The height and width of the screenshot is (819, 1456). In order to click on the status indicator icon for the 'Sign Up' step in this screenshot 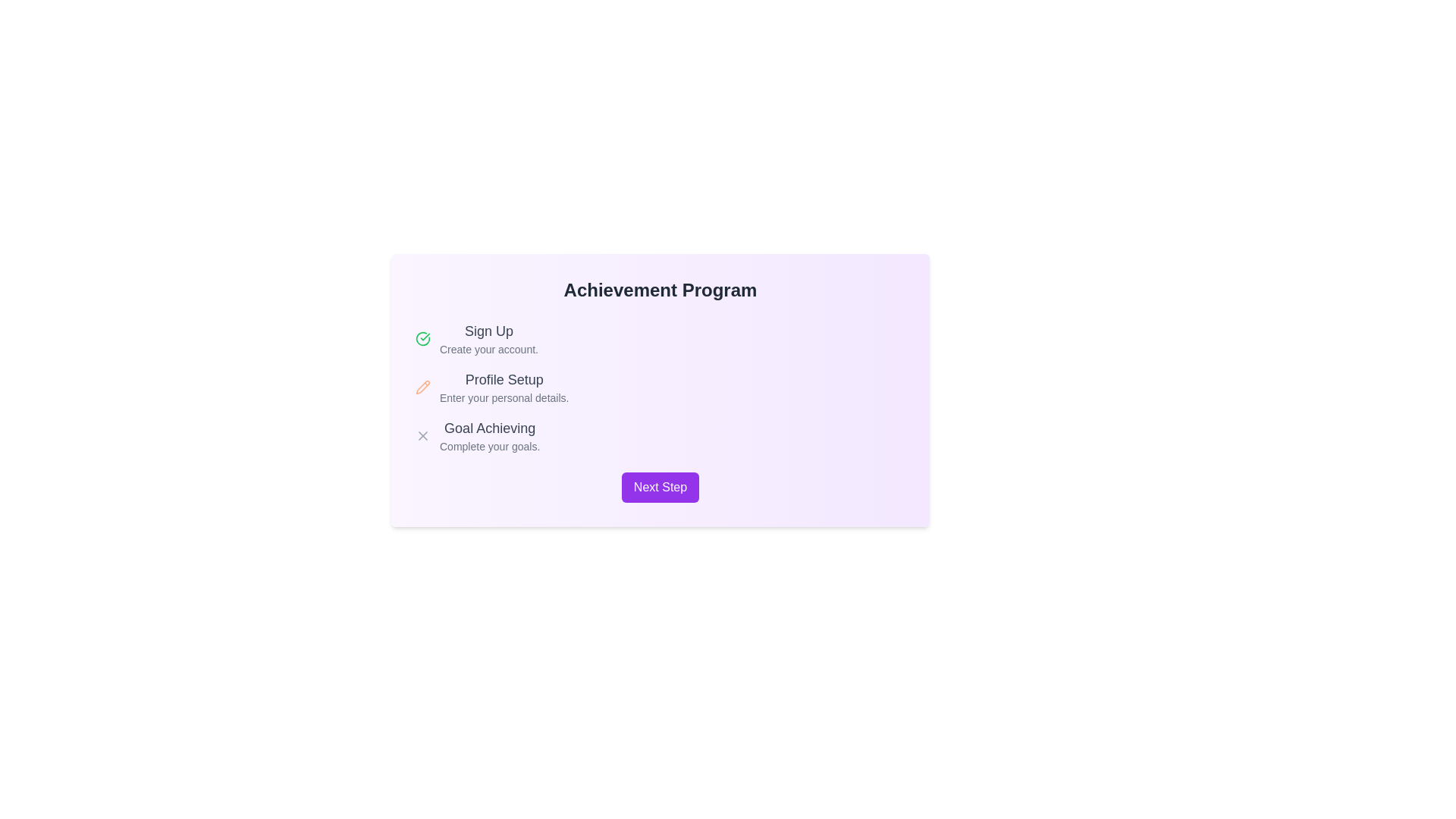, I will do `click(422, 338)`.